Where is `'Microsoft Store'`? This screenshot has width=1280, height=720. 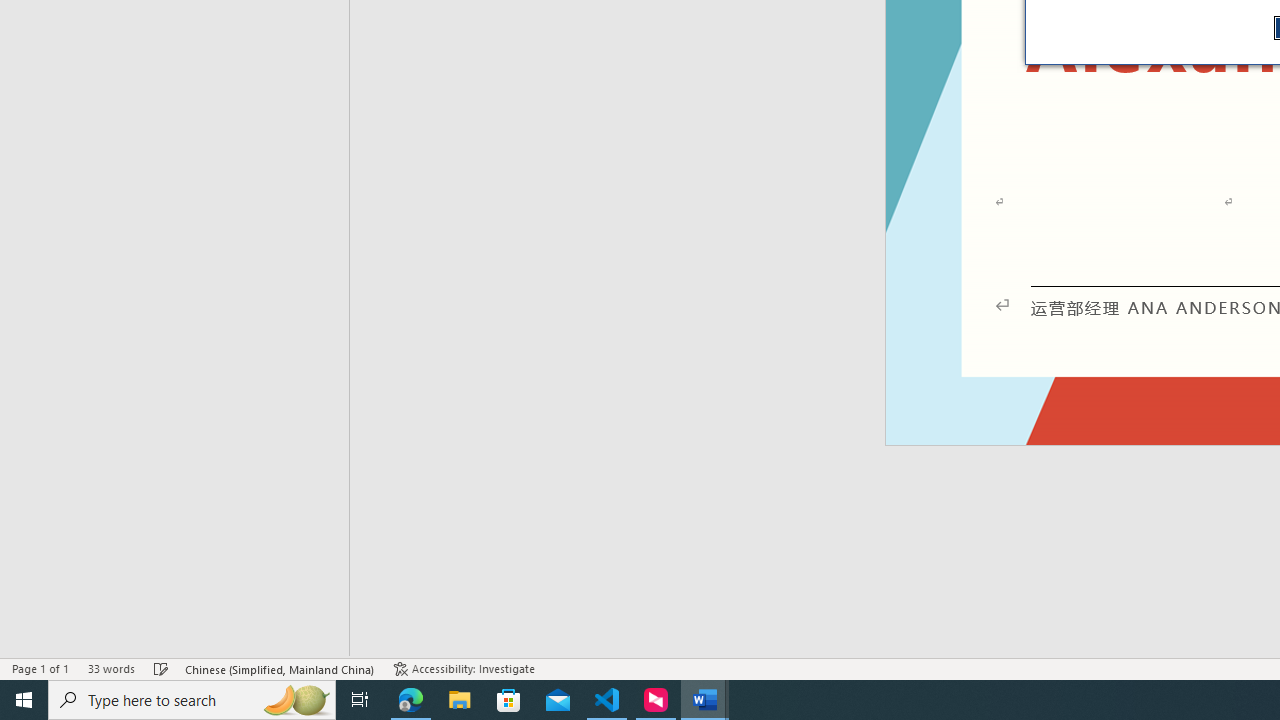
'Microsoft Store' is located at coordinates (509, 698).